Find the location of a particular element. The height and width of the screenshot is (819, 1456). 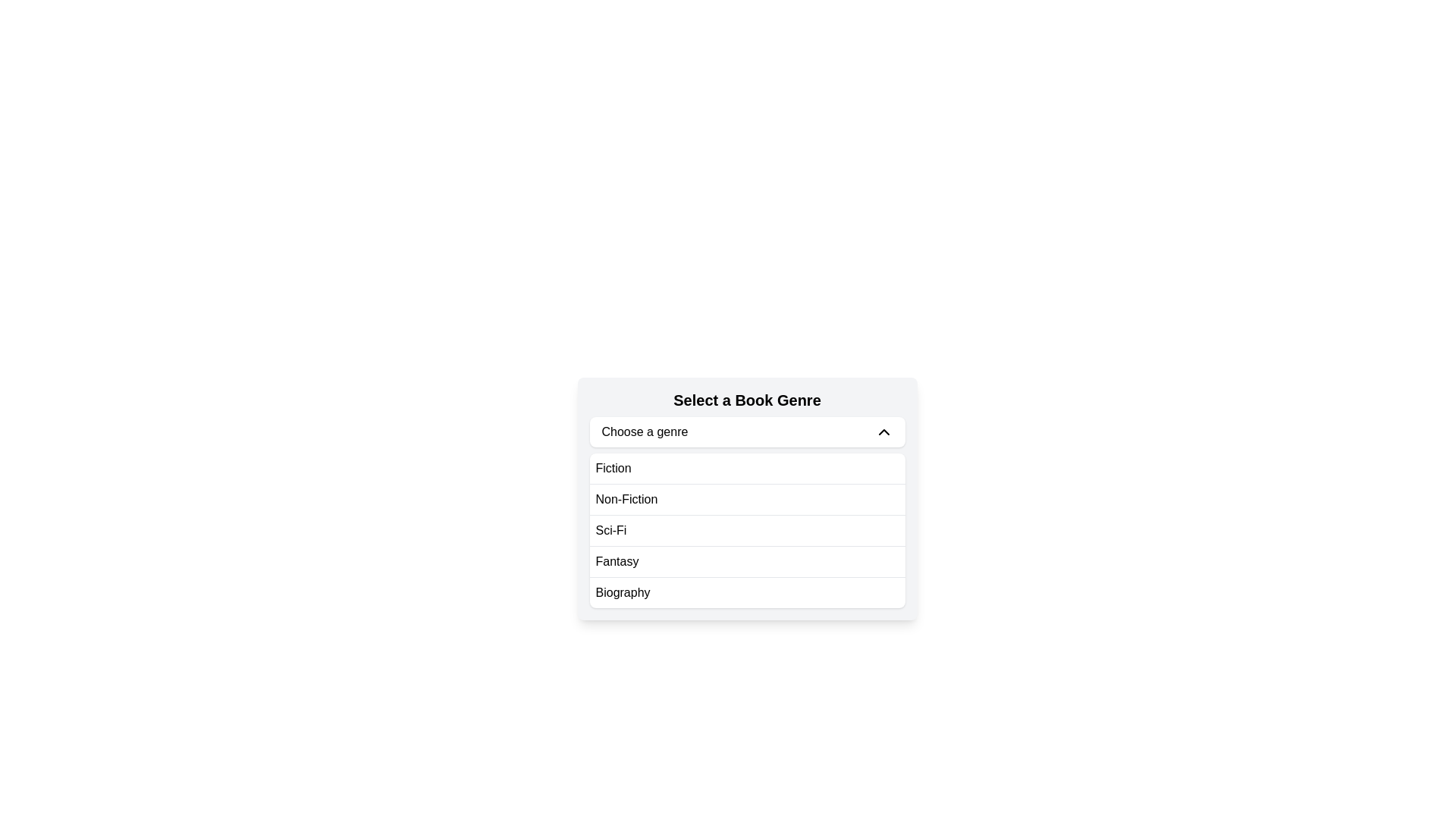

the text item labeled 'Biography' within the dropdown list is located at coordinates (623, 592).